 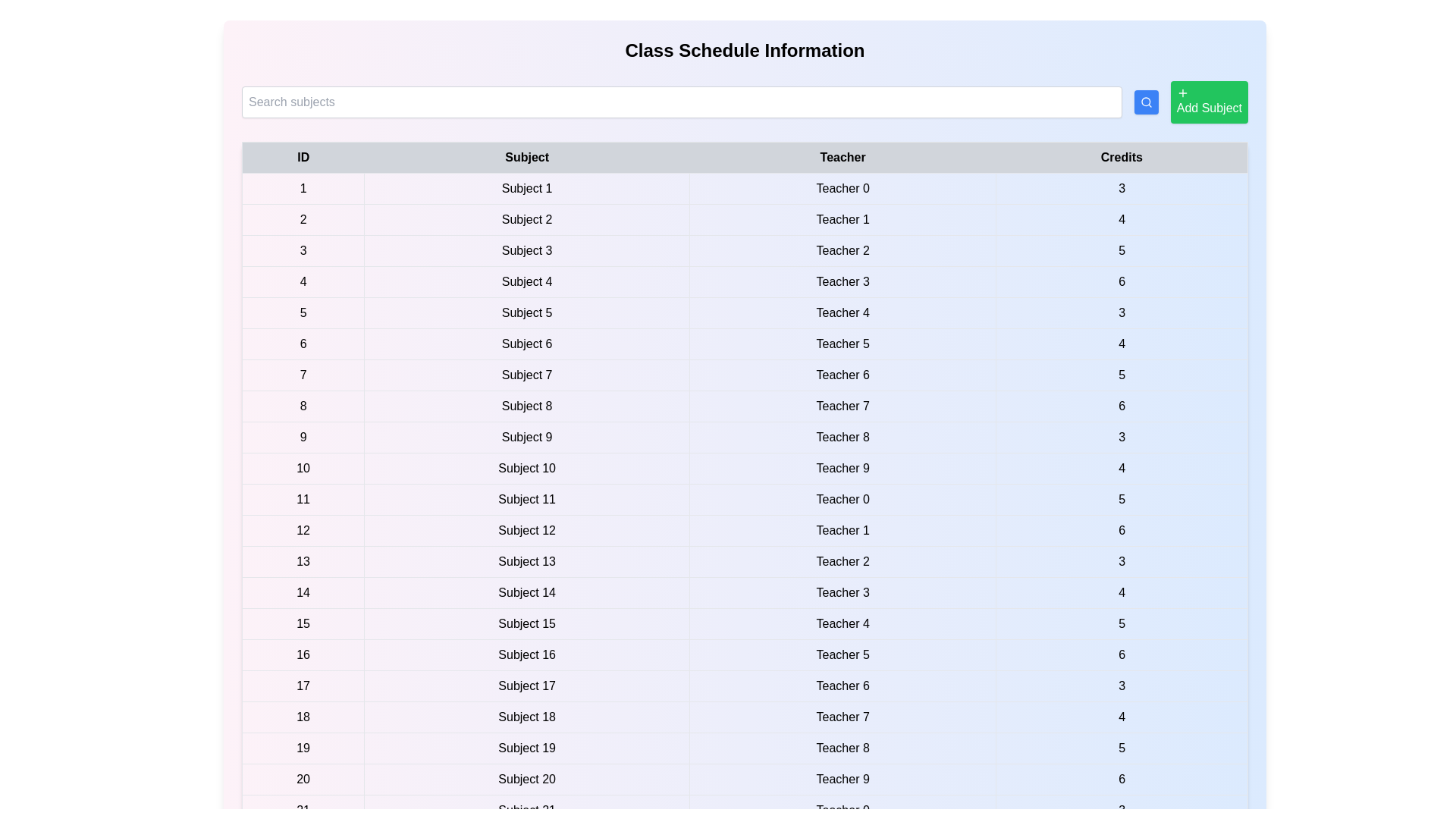 I want to click on the table header Subject to sort by that column, so click(x=527, y=158).